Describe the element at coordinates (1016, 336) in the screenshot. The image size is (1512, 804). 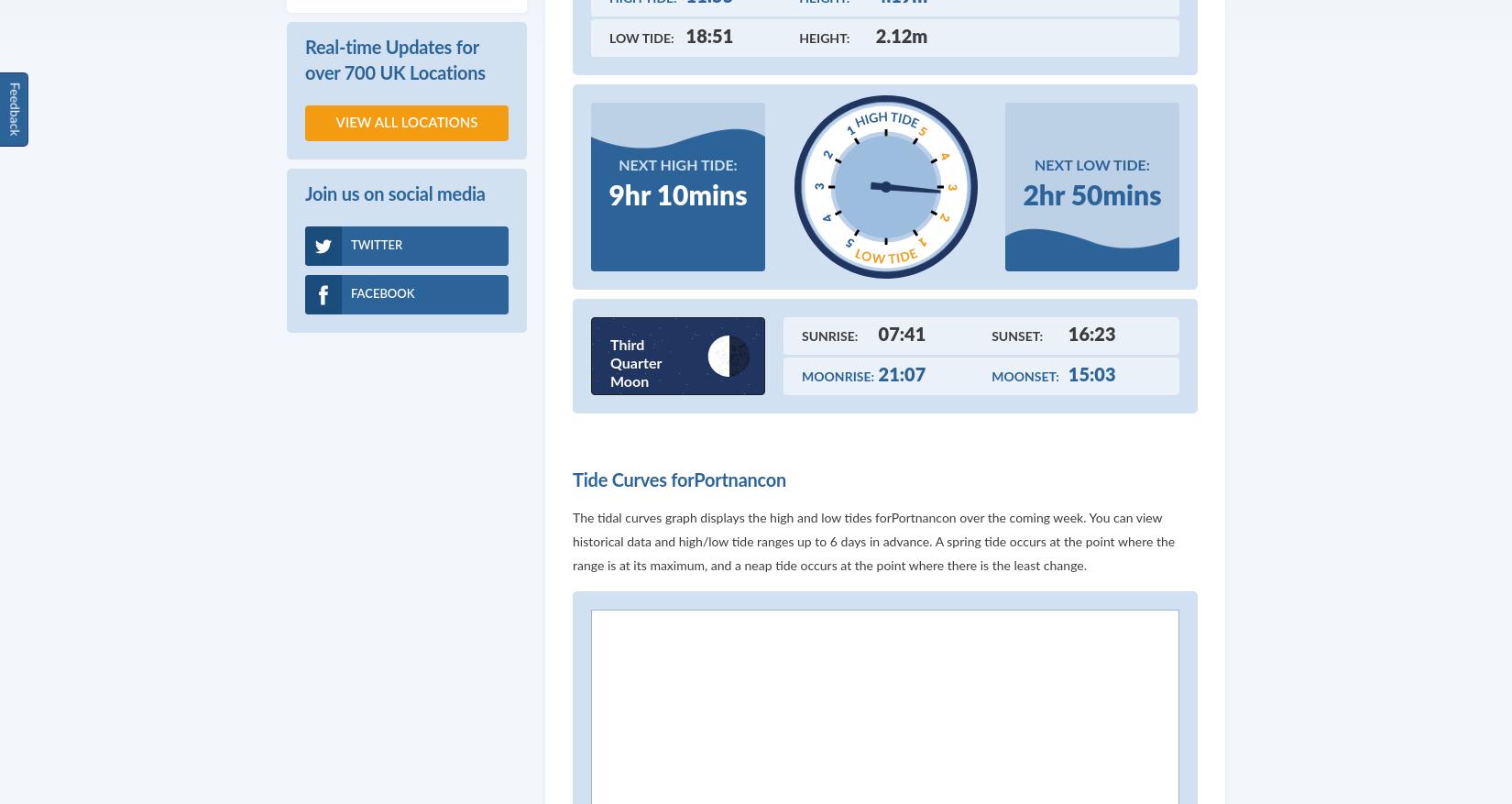
I see `'Sunset:'` at that location.